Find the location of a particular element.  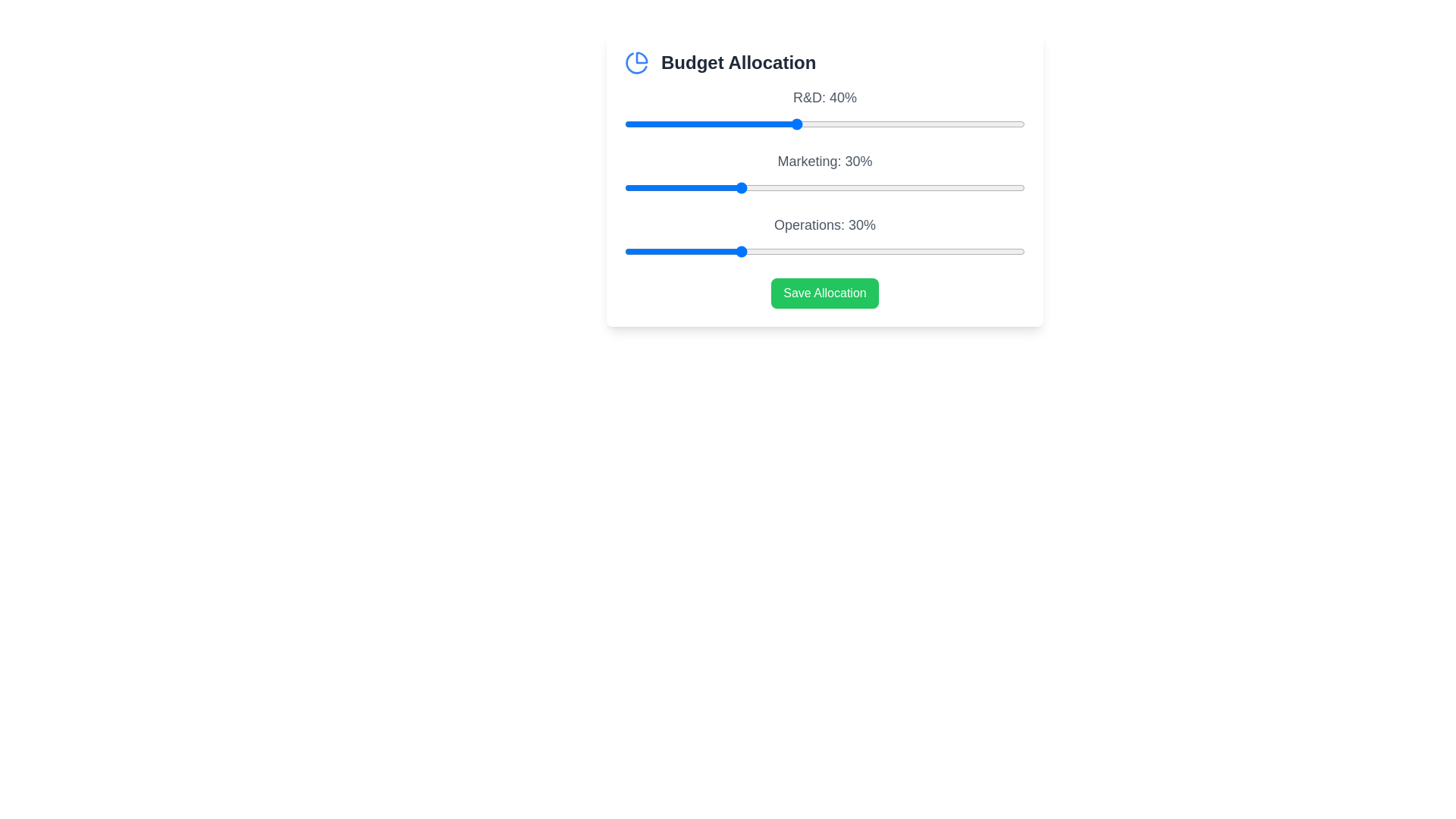

the 'Operations' slider to 62% is located at coordinates (921, 250).